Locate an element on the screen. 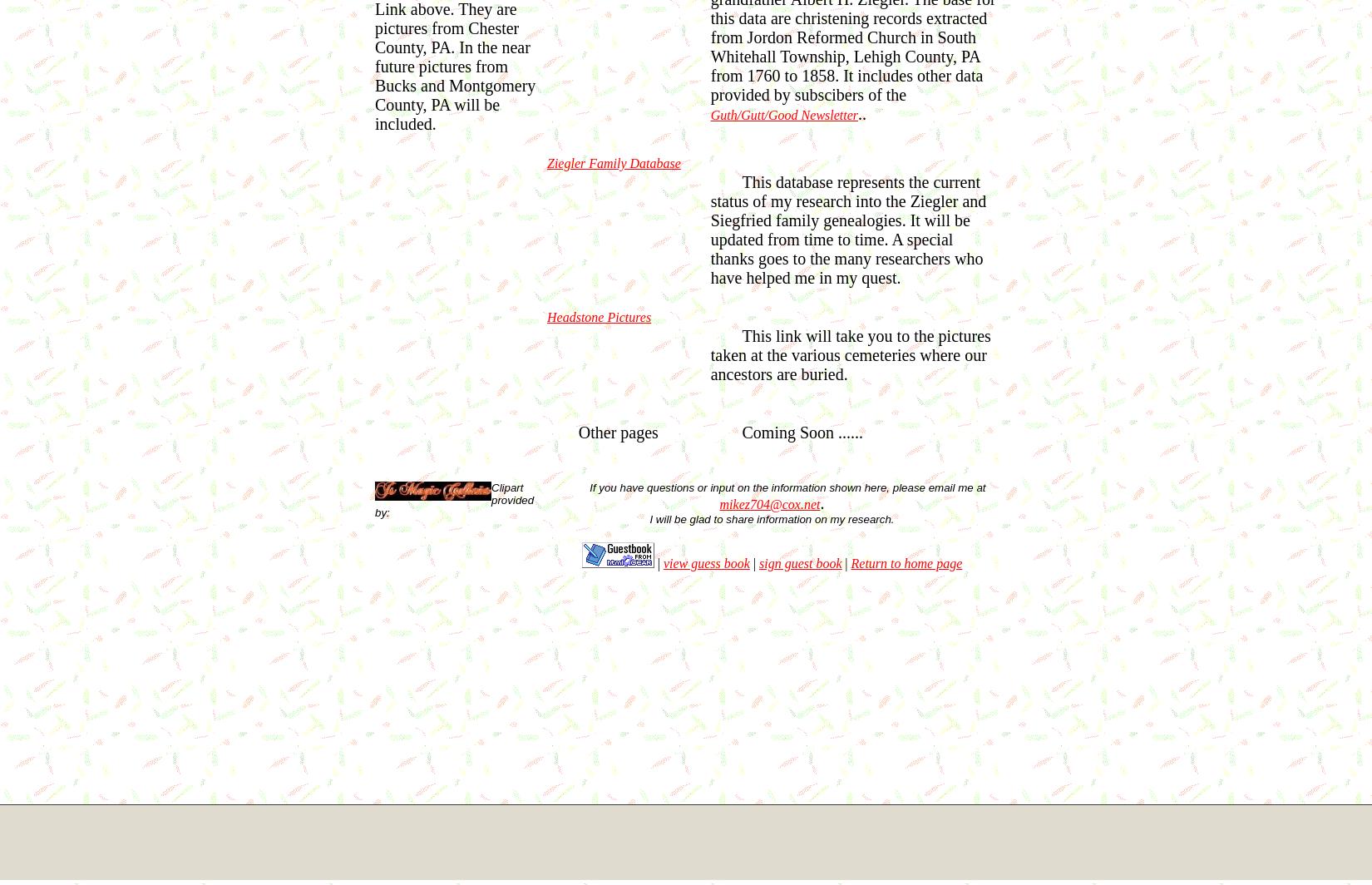 The width and height of the screenshot is (1372, 885). 'view
      guess book' is located at coordinates (705, 562).